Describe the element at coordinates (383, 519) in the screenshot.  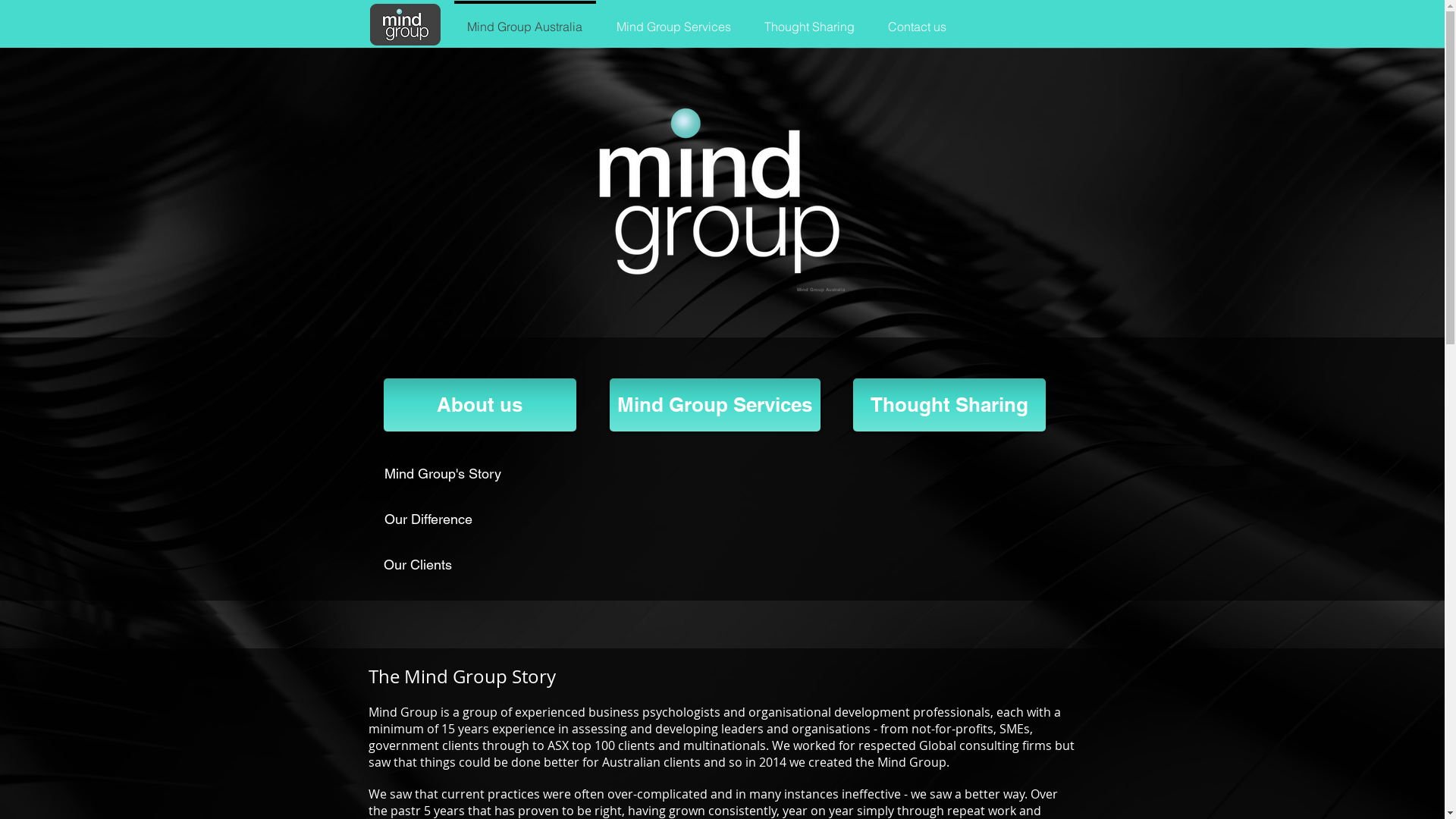
I see `'Our Difference'` at that location.